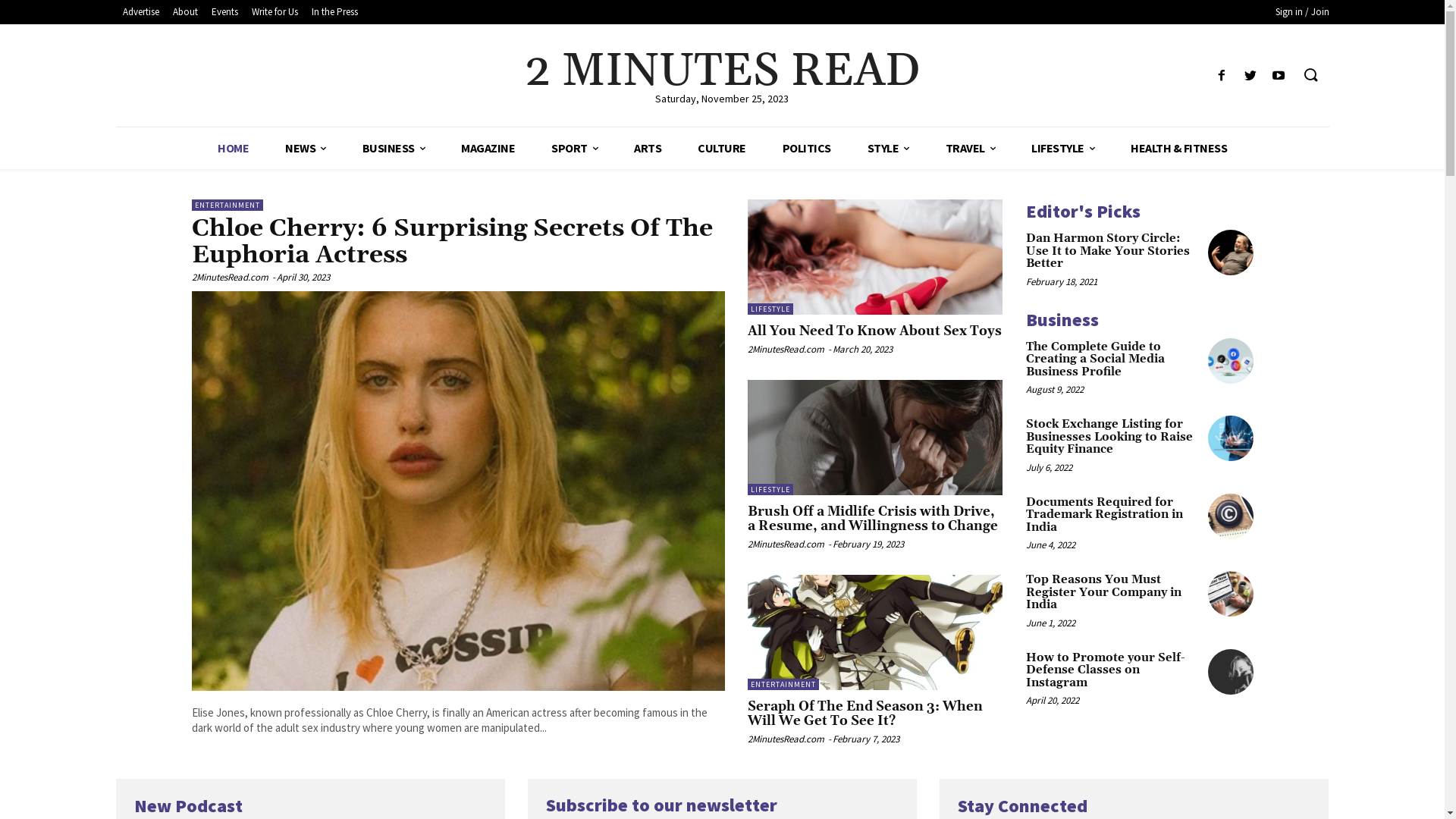 Image resolution: width=1456 pixels, height=819 pixels. What do you see at coordinates (1301, 11) in the screenshot?
I see `'Sign in / Join'` at bounding box center [1301, 11].